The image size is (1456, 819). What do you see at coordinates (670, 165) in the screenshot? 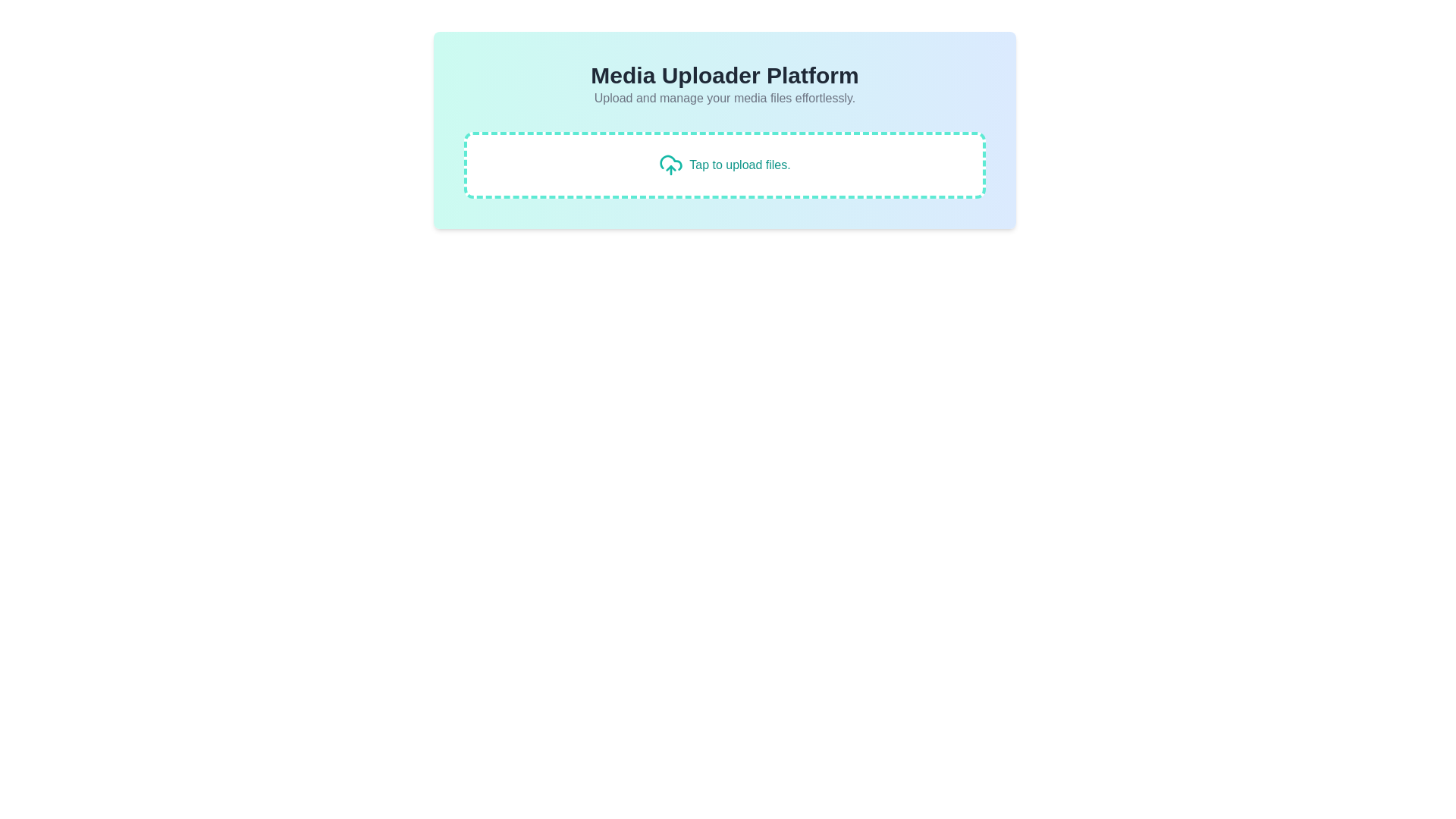
I see `the teal-colored cloud upload icon with an upward-pointing arrow, which is prominently positioned in the upload area to the left of the text 'Tap to upload files.'` at bounding box center [670, 165].